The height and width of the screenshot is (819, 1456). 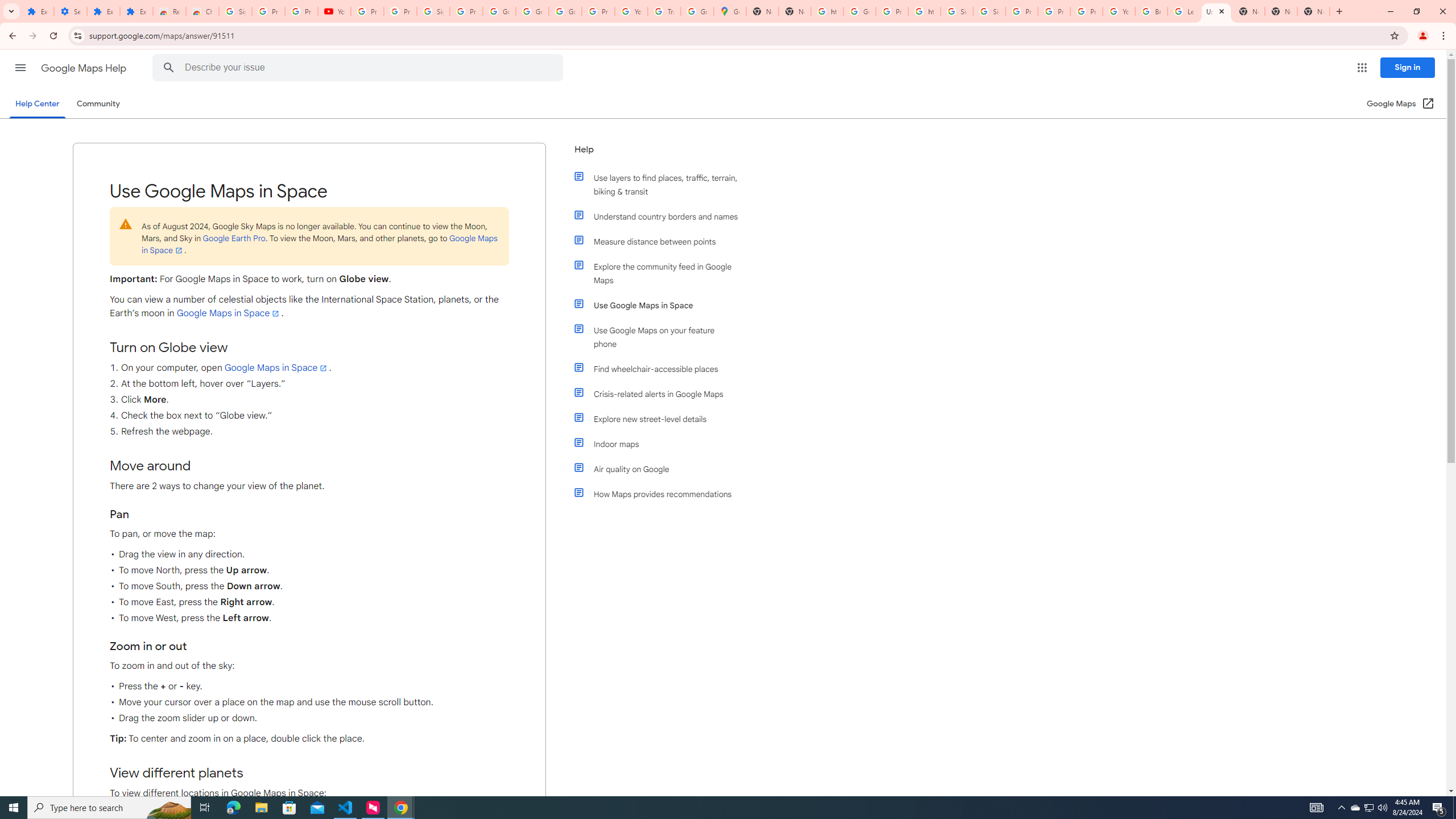 I want to click on 'YouTube', so click(x=334, y=11).